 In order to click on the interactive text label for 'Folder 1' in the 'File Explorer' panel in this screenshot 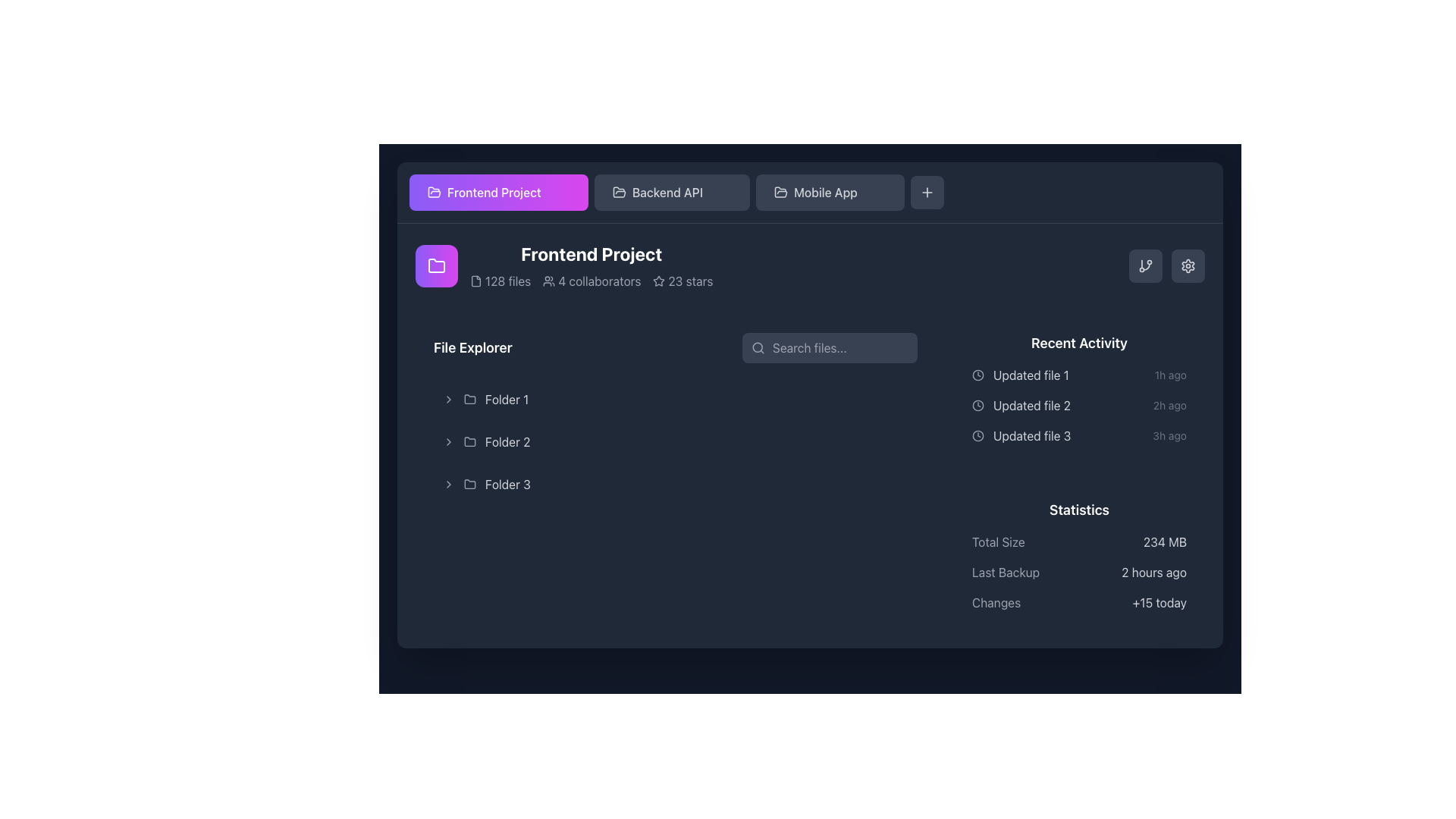, I will do `click(507, 399)`.